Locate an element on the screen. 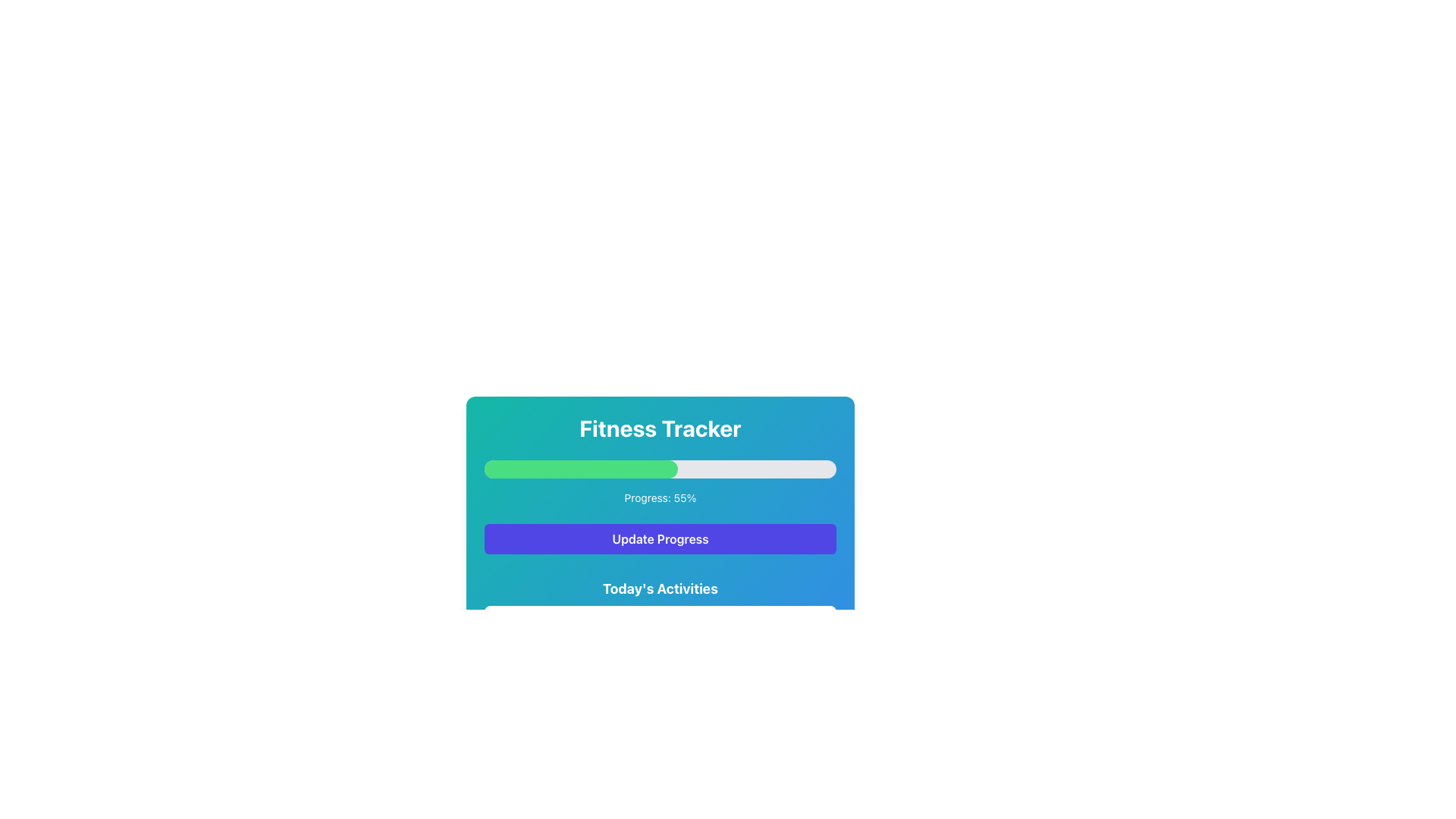 The width and height of the screenshot is (1456, 819). the static text indicating the current progress percentage, which is centrally aligned below the progress bar and above the 'Update Progress' button is located at coordinates (660, 497).